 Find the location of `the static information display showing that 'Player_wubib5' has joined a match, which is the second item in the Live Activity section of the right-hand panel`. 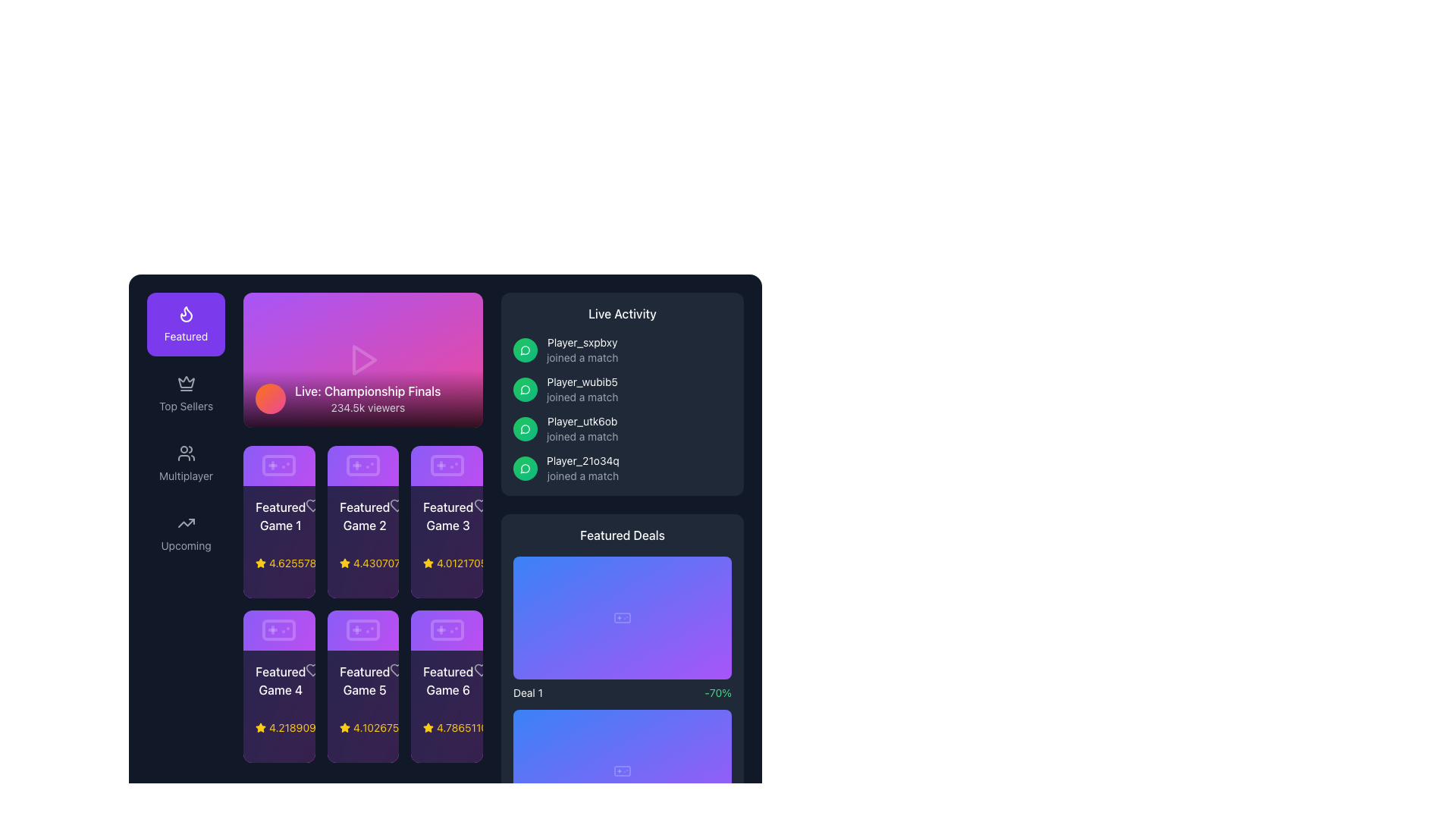

the static information display showing that 'Player_wubib5' has joined a match, which is the second item in the Live Activity section of the right-hand panel is located at coordinates (622, 388).